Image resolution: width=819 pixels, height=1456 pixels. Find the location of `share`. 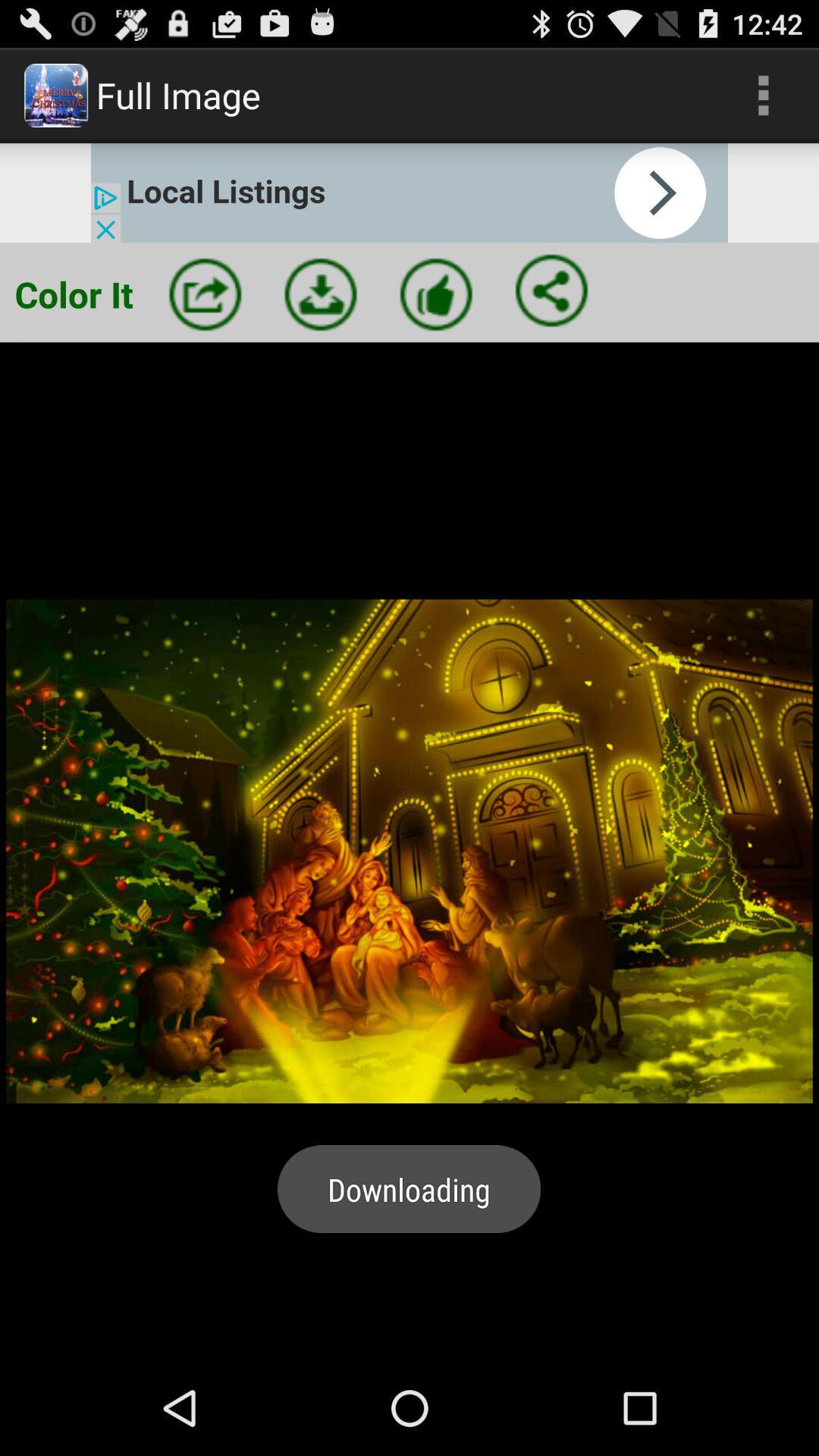

share is located at coordinates (551, 290).